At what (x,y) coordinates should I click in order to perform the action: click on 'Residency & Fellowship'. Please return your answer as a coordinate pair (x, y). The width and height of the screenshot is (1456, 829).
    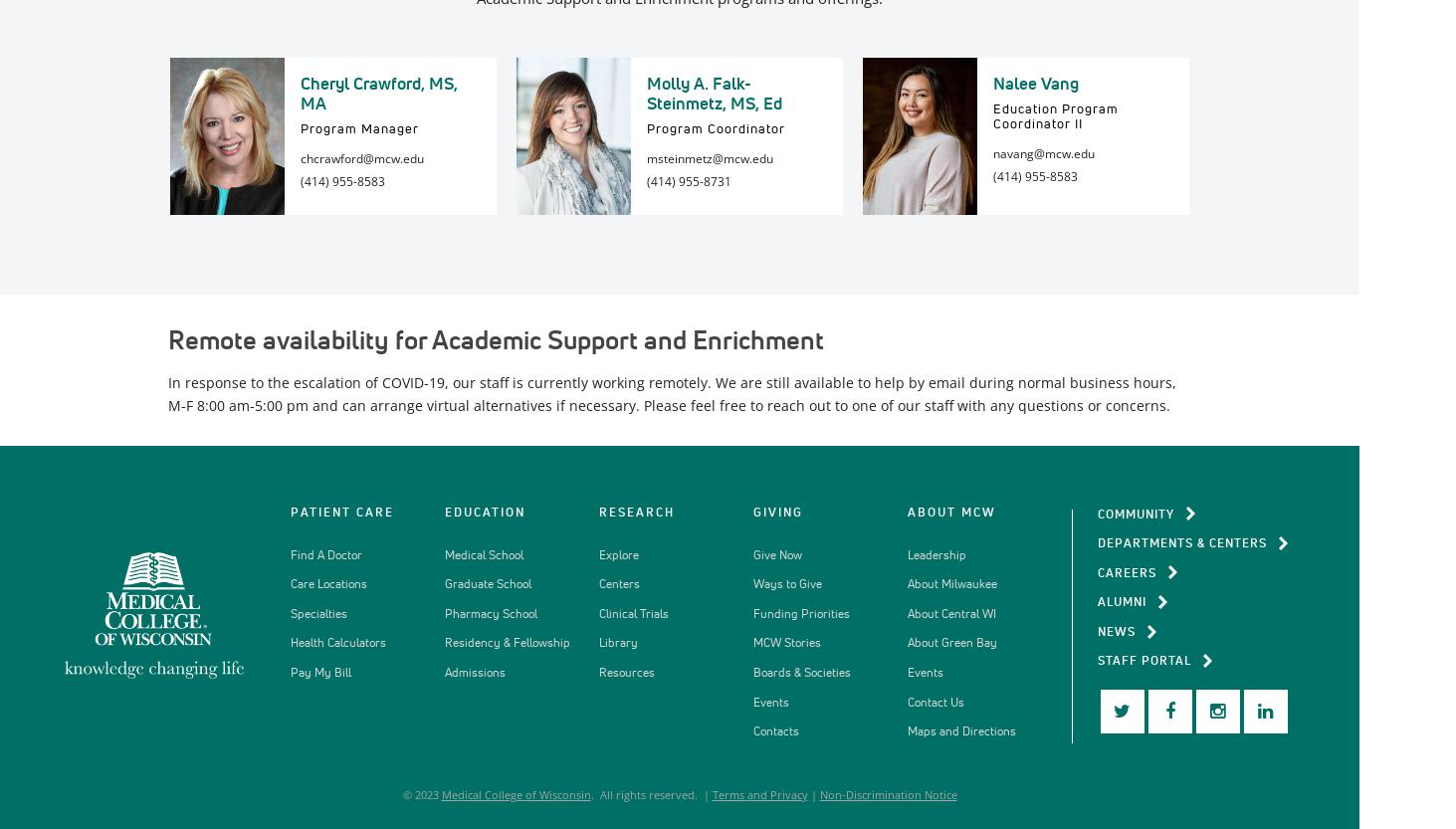
    Looking at the image, I should click on (505, 642).